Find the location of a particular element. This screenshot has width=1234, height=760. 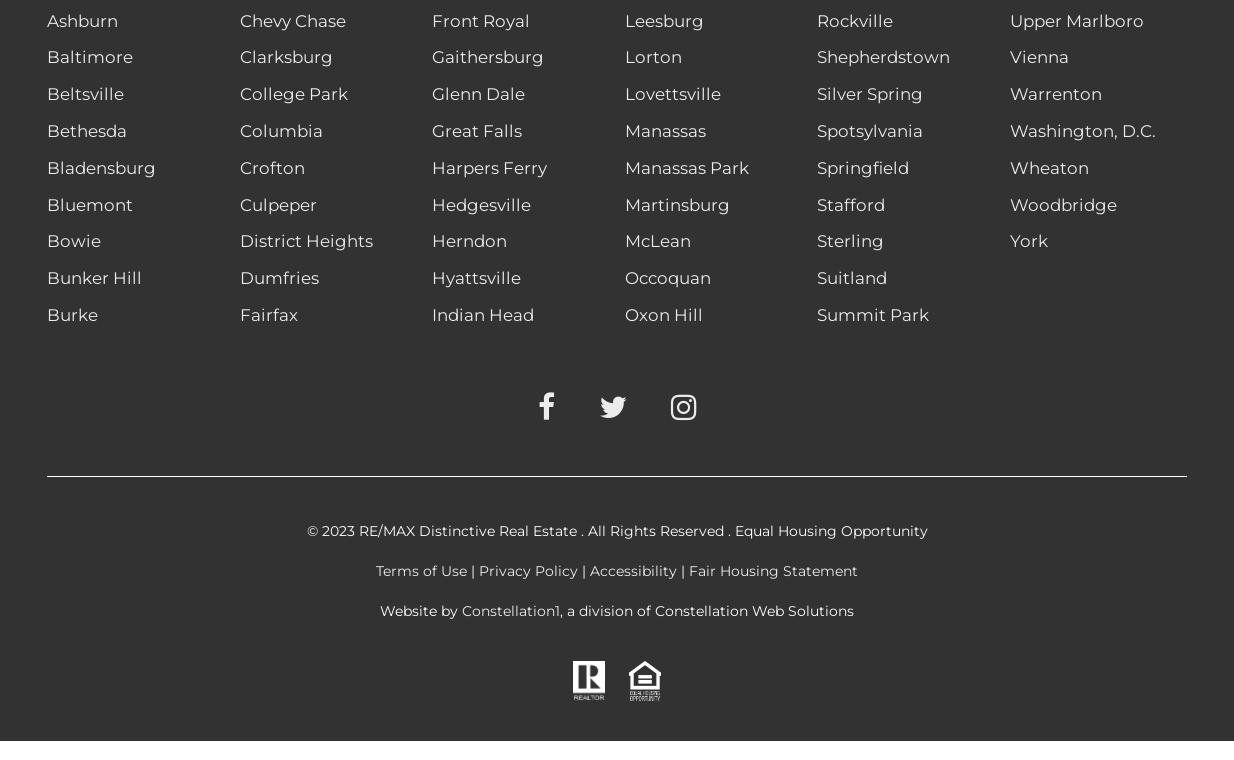

'Hedgesville' is located at coordinates (481, 202).